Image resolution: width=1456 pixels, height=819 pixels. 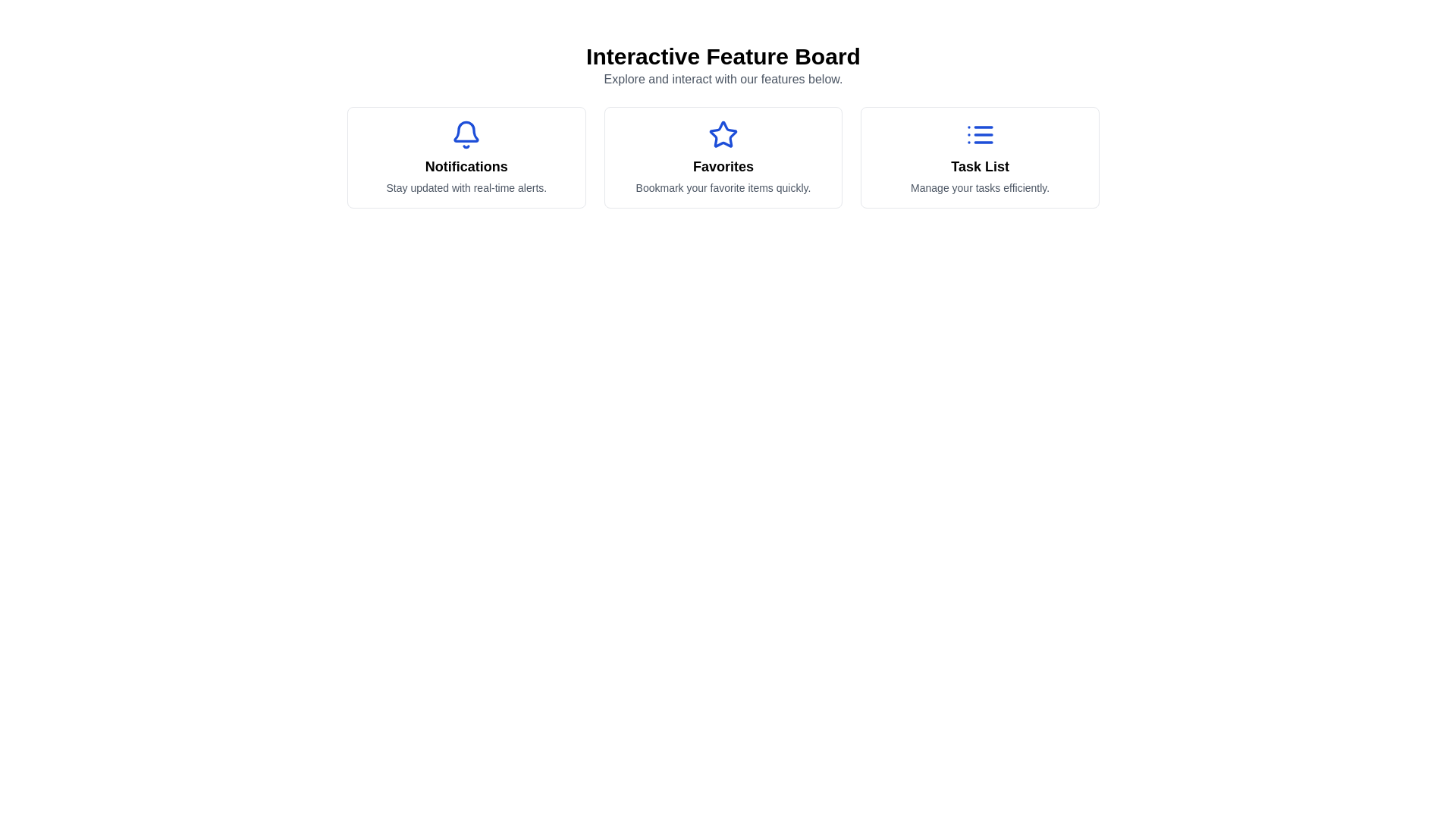 I want to click on the 'Favorites' icon located in the middle of three horizontally aligned options, activating the feature associated with marking items as favorites, so click(x=723, y=133).